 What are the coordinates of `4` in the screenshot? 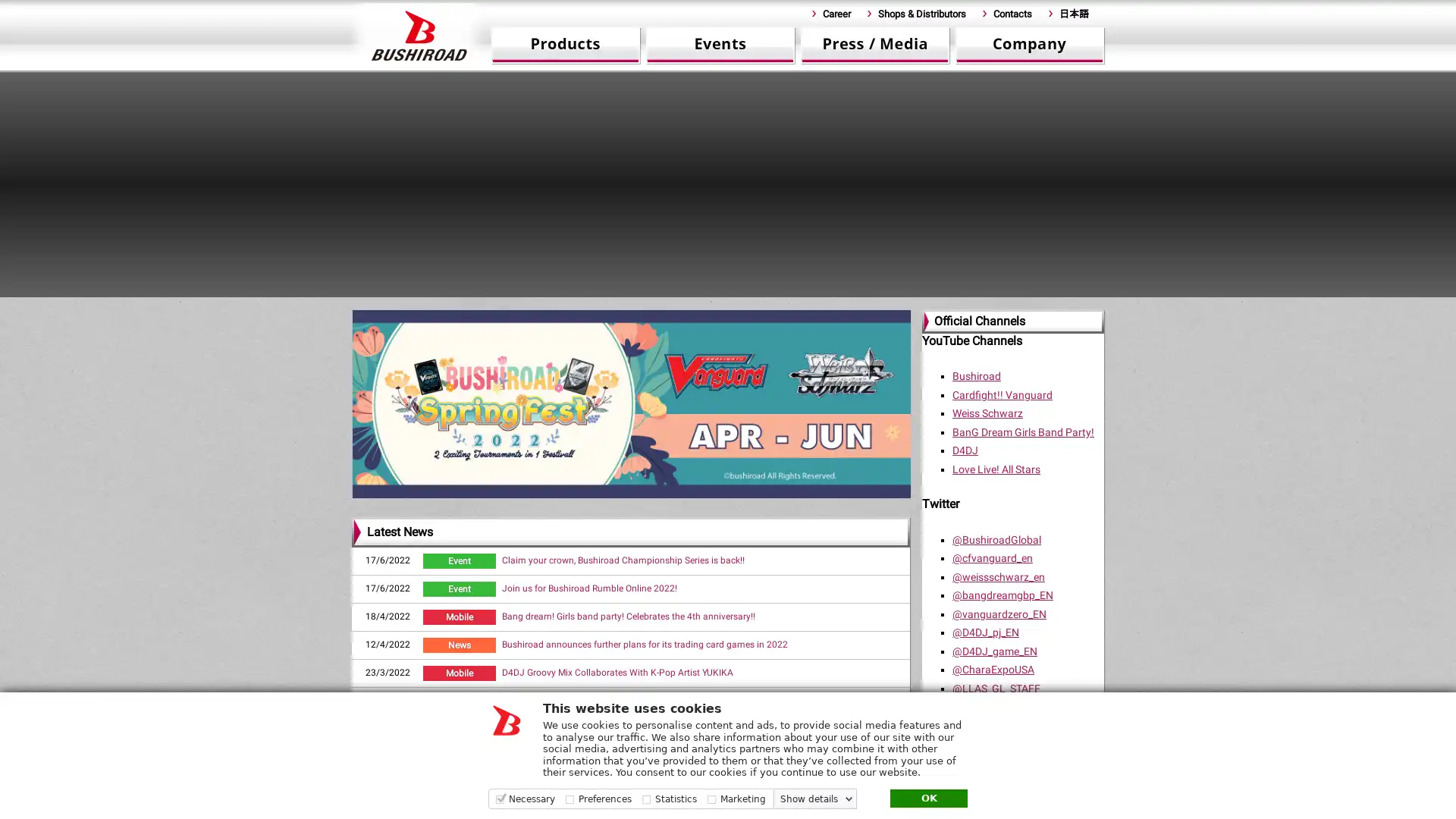 It's located at (626, 291).